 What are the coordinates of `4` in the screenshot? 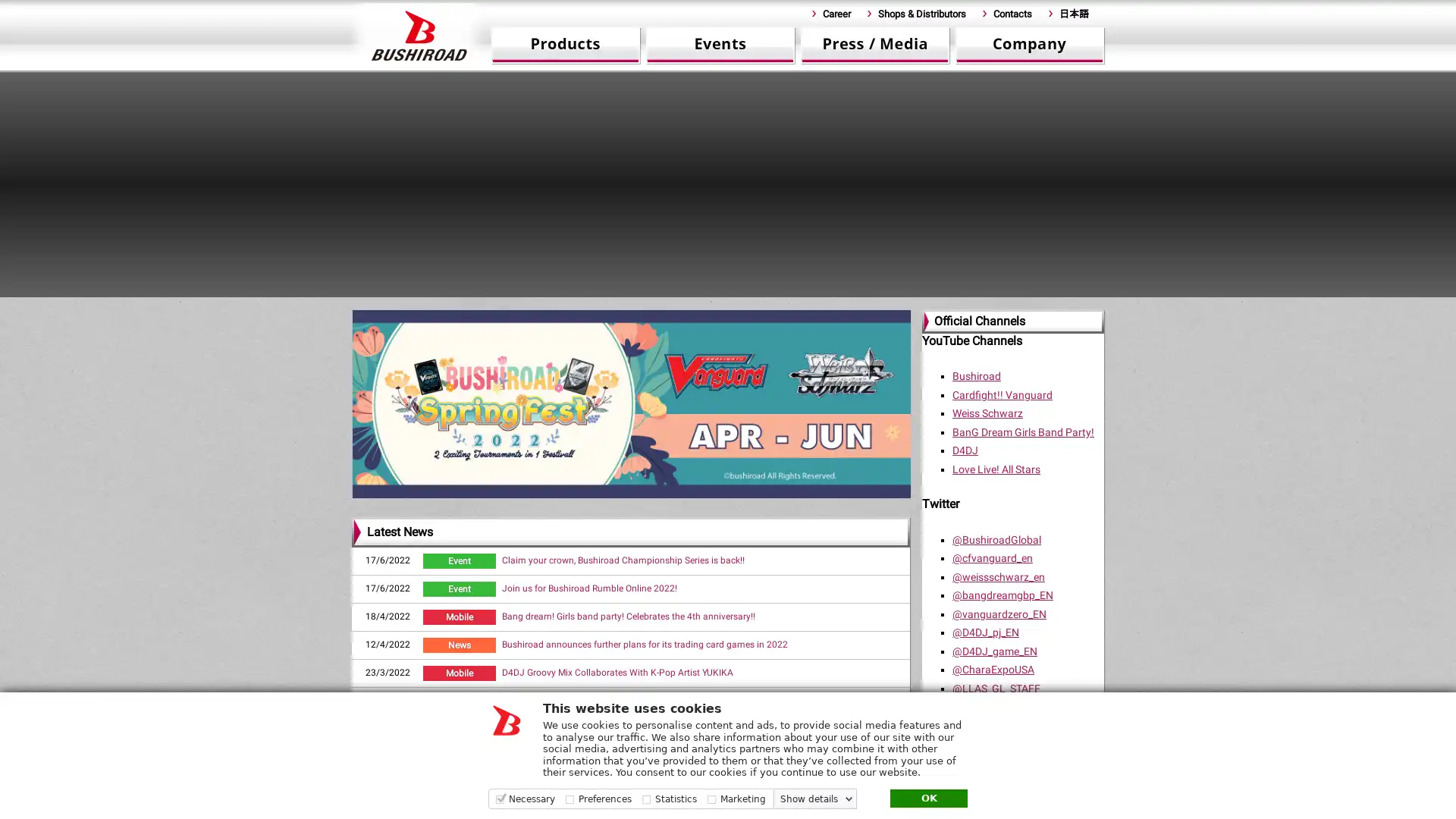 It's located at (626, 291).